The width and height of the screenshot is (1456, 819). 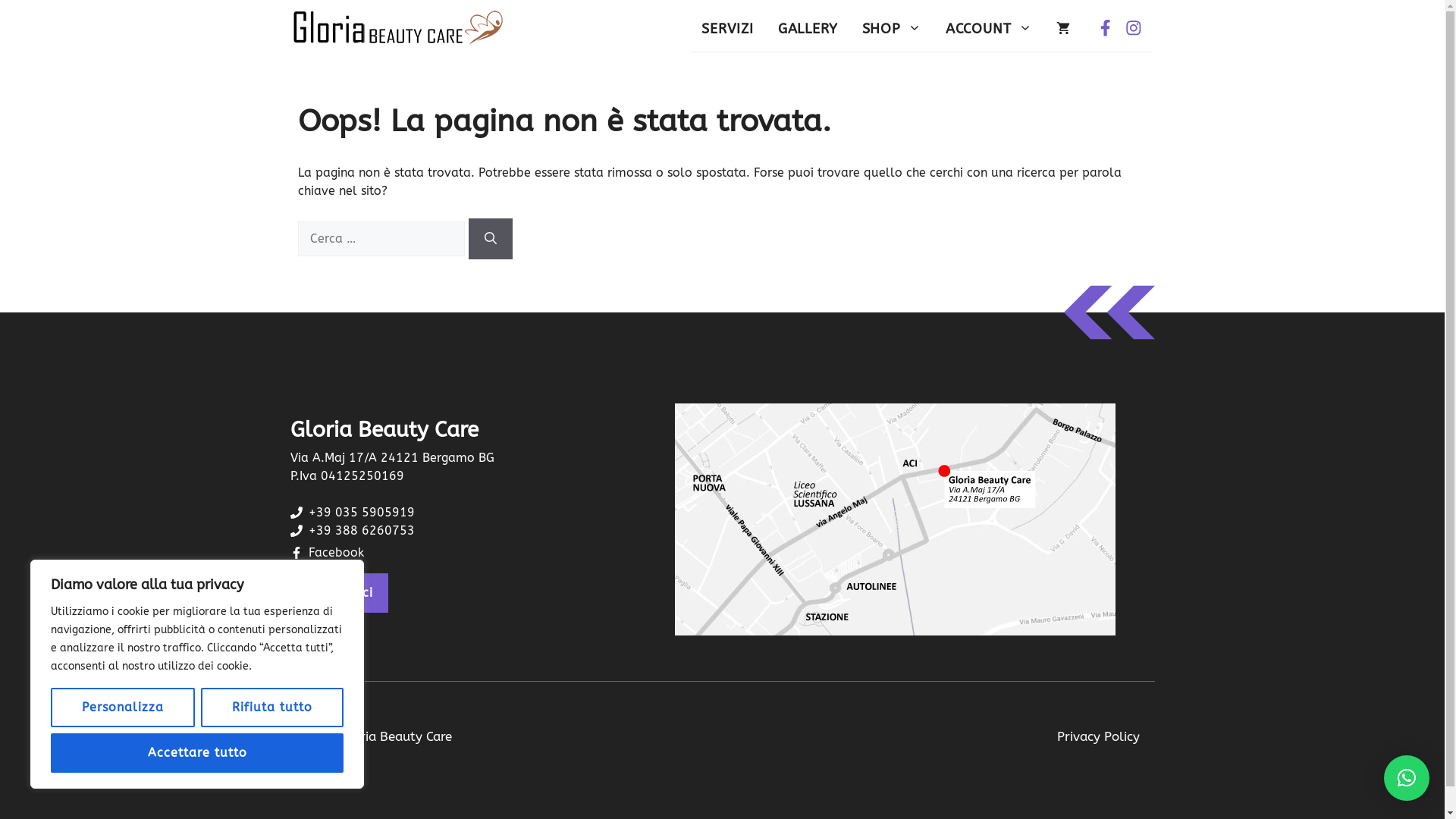 I want to click on '+39 035 5905919', so click(x=359, y=512).